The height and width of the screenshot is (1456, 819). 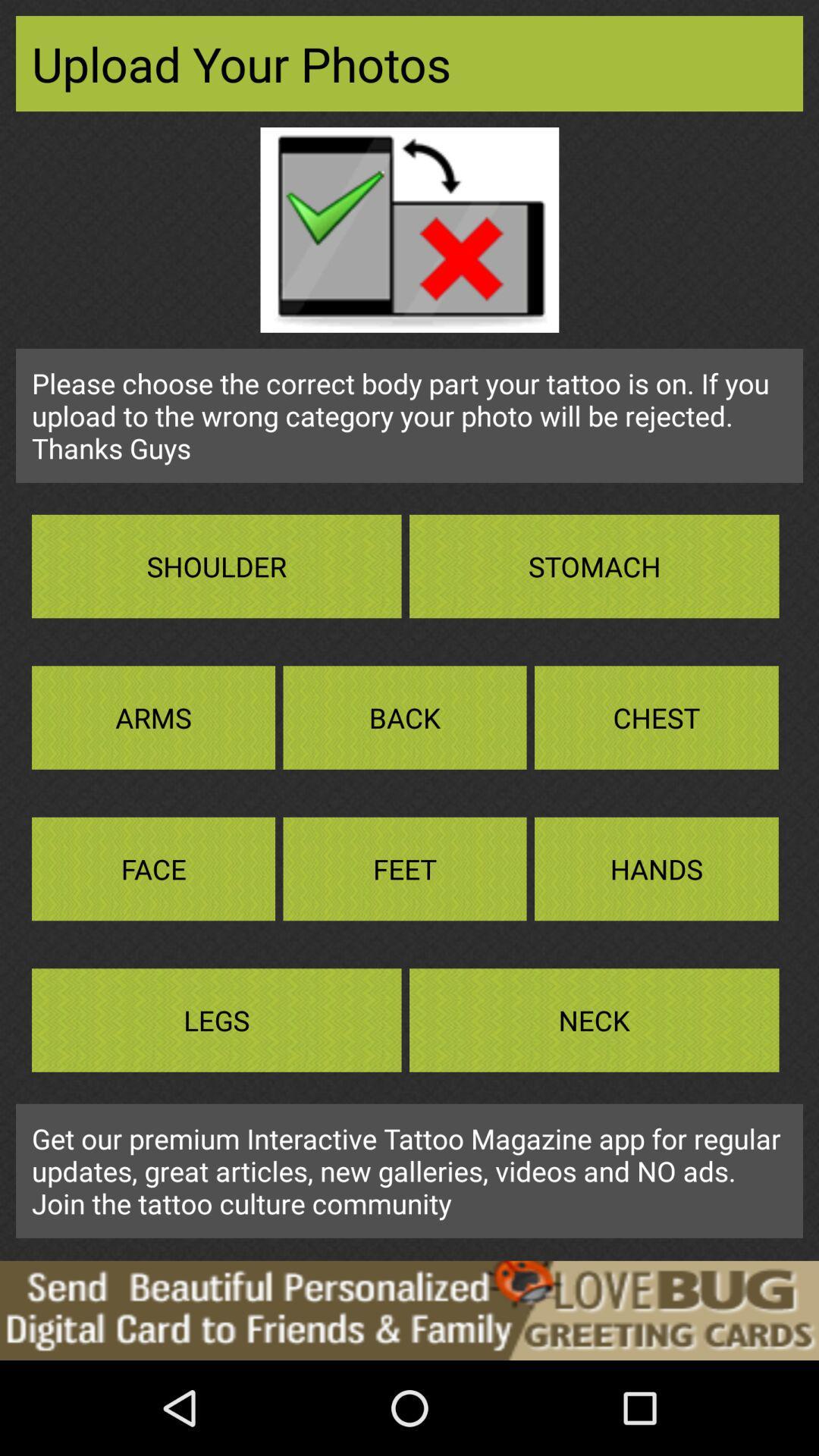 What do you see at coordinates (409, 1310) in the screenshot?
I see `open advertisement` at bounding box center [409, 1310].